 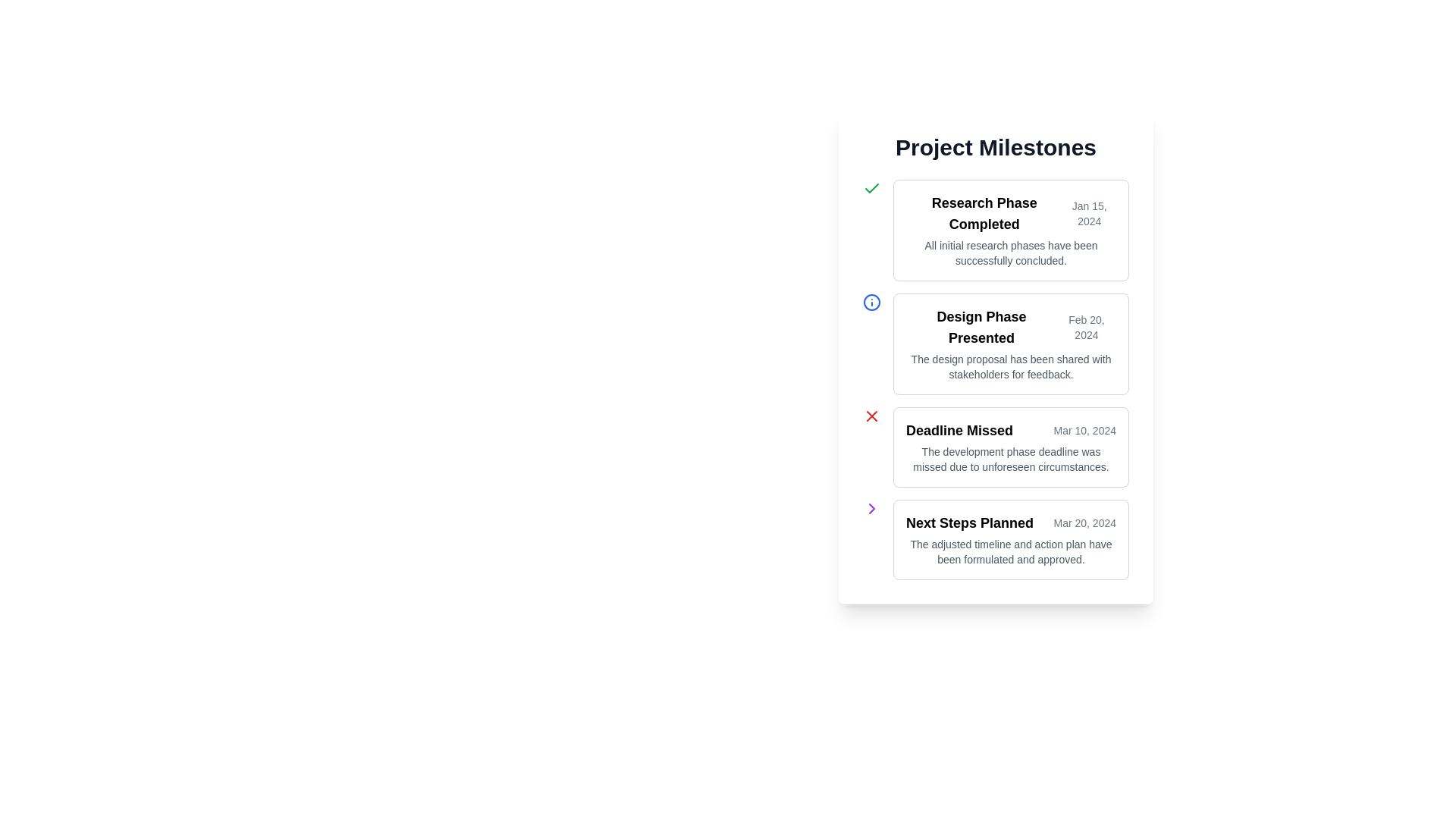 What do you see at coordinates (872, 188) in the screenshot?
I see `the SVG-based check mark icon indicating the completion status of the 'Research Phase Completed' milestone to interact with the milestone` at bounding box center [872, 188].